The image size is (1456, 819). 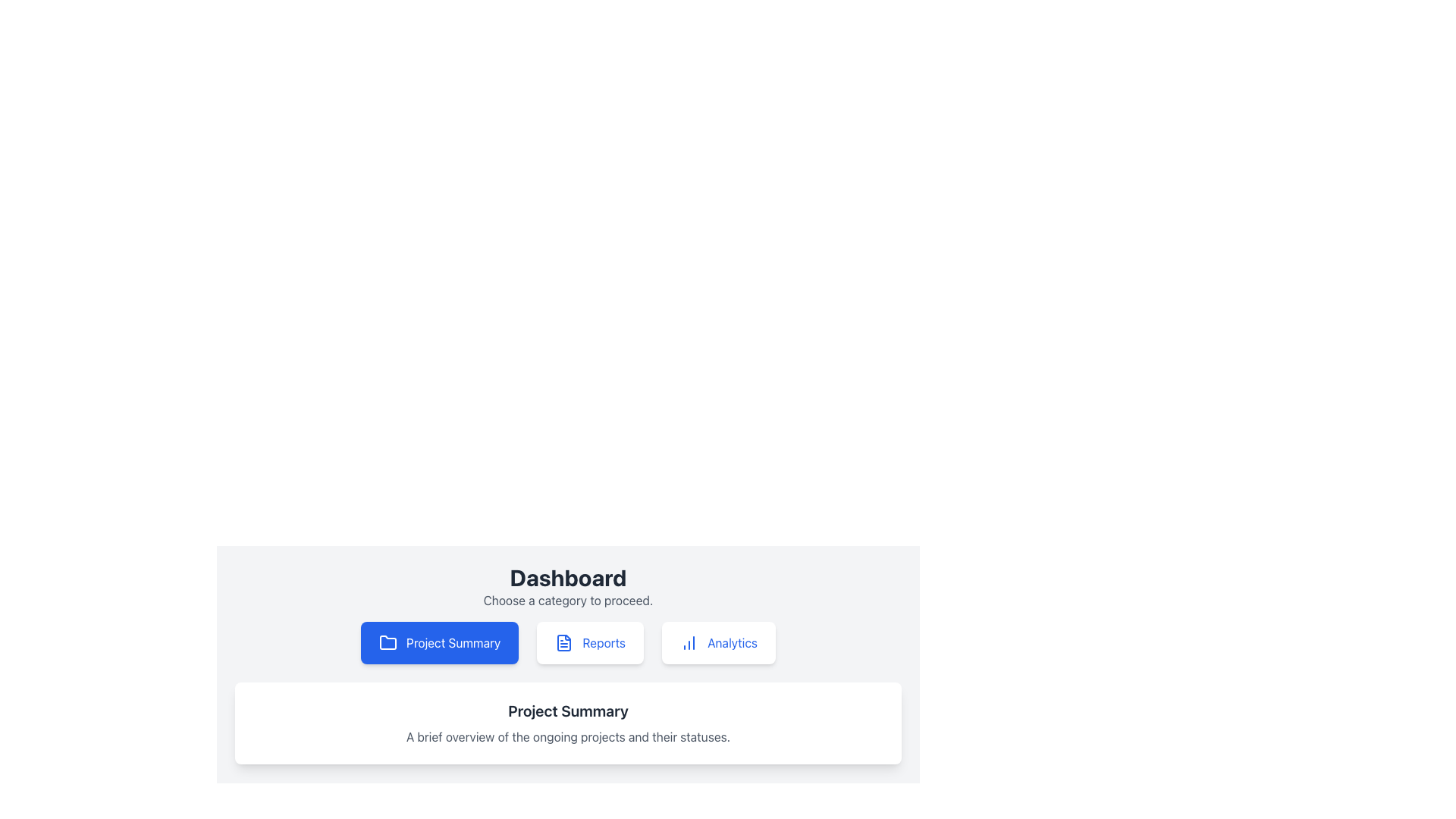 What do you see at coordinates (567, 643) in the screenshot?
I see `the 'Reports' item in the horizontal menu bar located below the 'Choose a category to proceed.' text` at bounding box center [567, 643].